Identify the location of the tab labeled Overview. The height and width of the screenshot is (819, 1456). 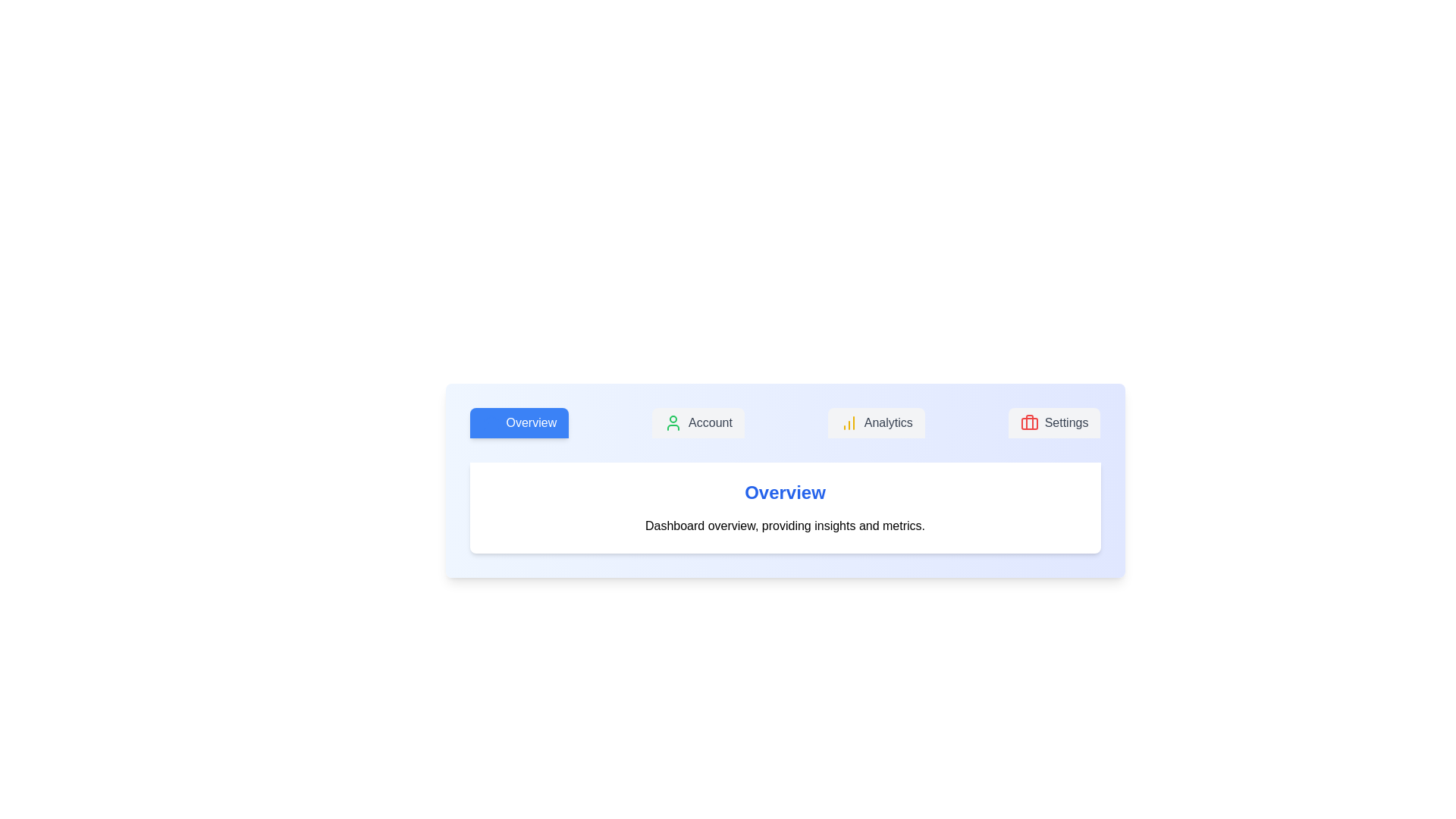
(519, 423).